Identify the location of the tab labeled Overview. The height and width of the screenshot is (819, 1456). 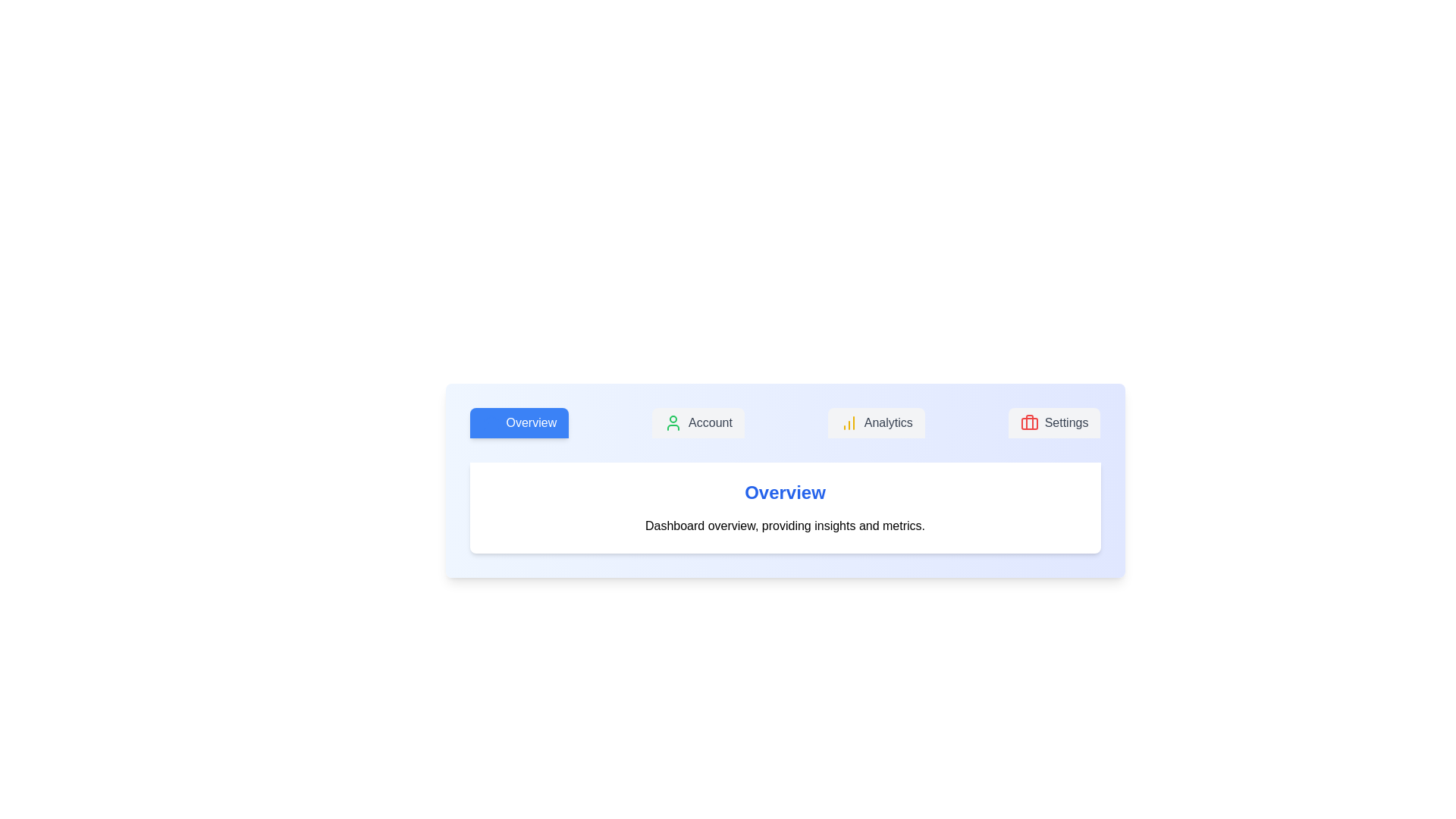
(519, 423).